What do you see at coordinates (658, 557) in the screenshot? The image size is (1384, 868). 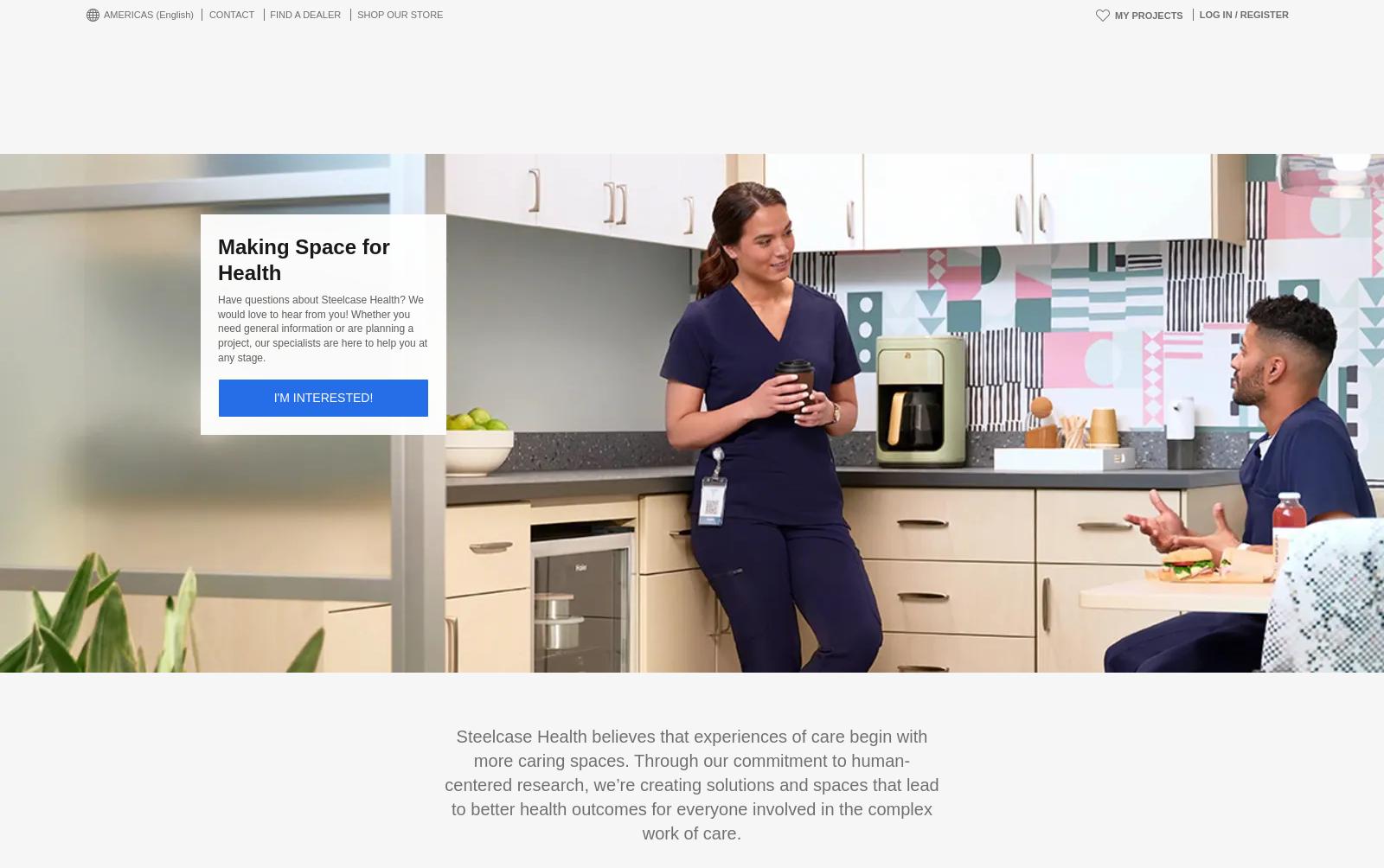 I see `'Register Now'` at bounding box center [658, 557].